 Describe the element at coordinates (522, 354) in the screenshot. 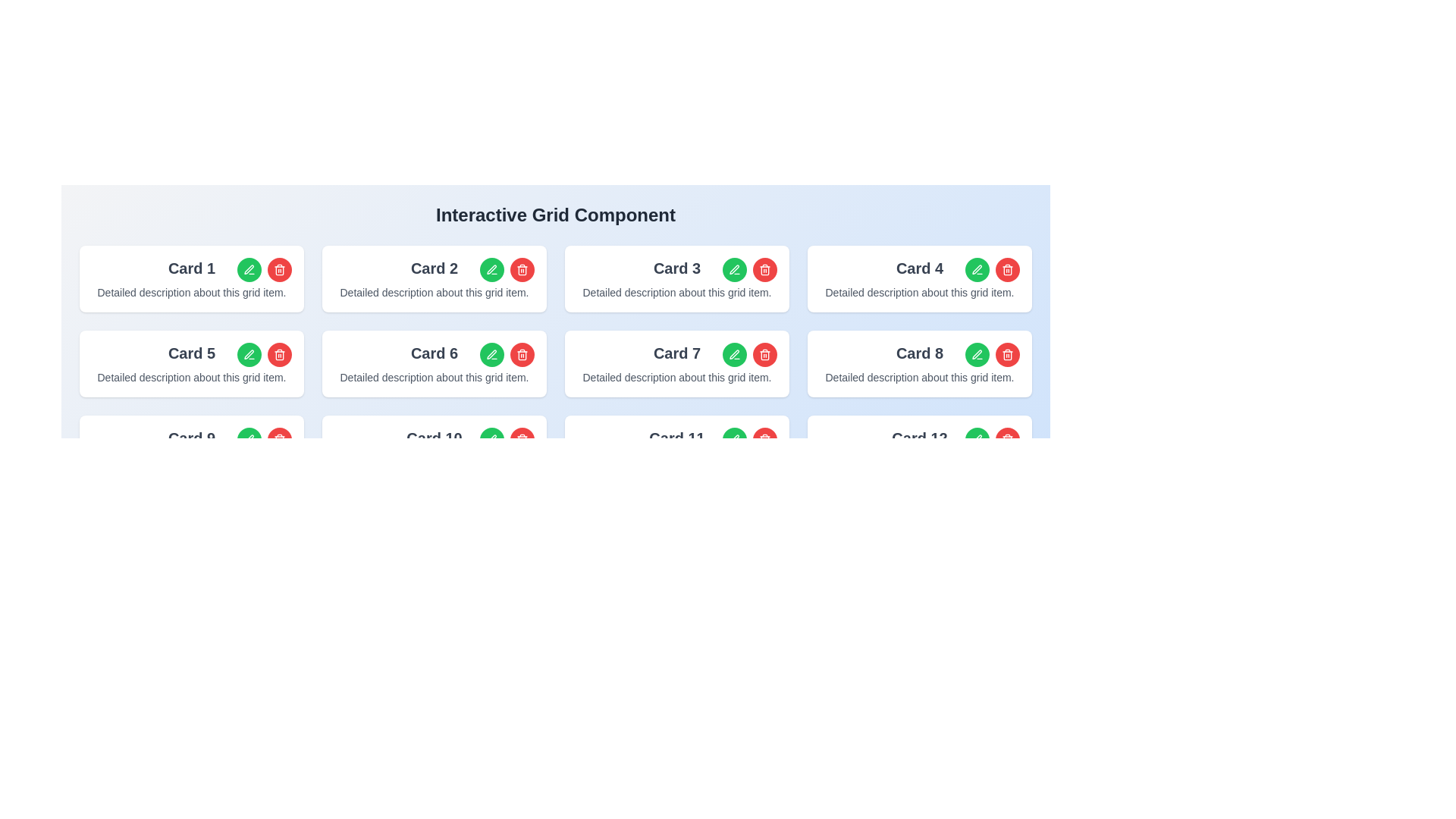

I see `the trash can icon button with a red circular background located at the top-right corner of 'Card 6' for additional context menu options` at that location.